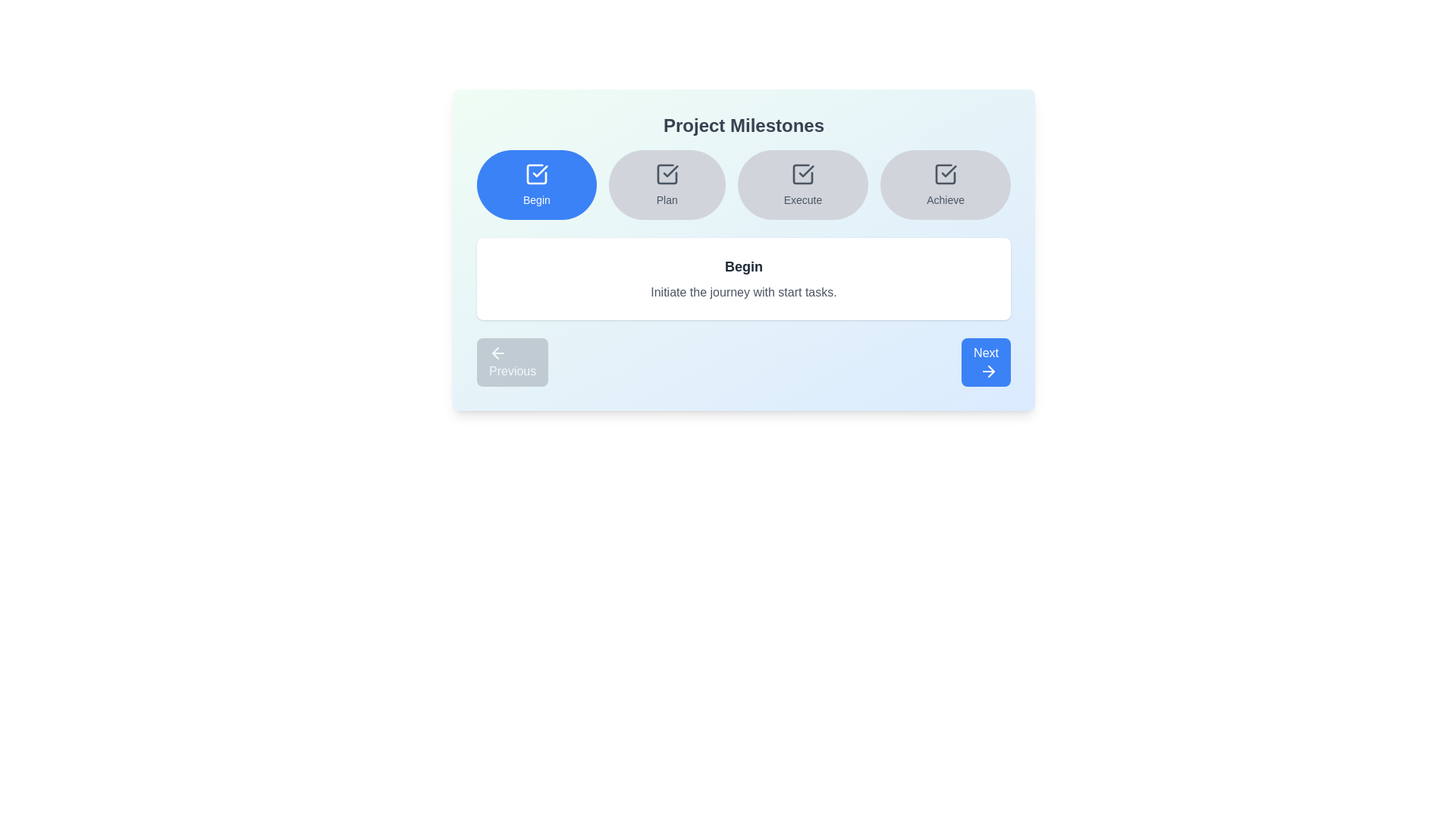  Describe the element at coordinates (802, 184) in the screenshot. I see `the 'Execute' button, which is a rectangular button with rounded corners, a light gray background, a dark gray checkmark icon, and the label 'Execute' below the icon` at that location.